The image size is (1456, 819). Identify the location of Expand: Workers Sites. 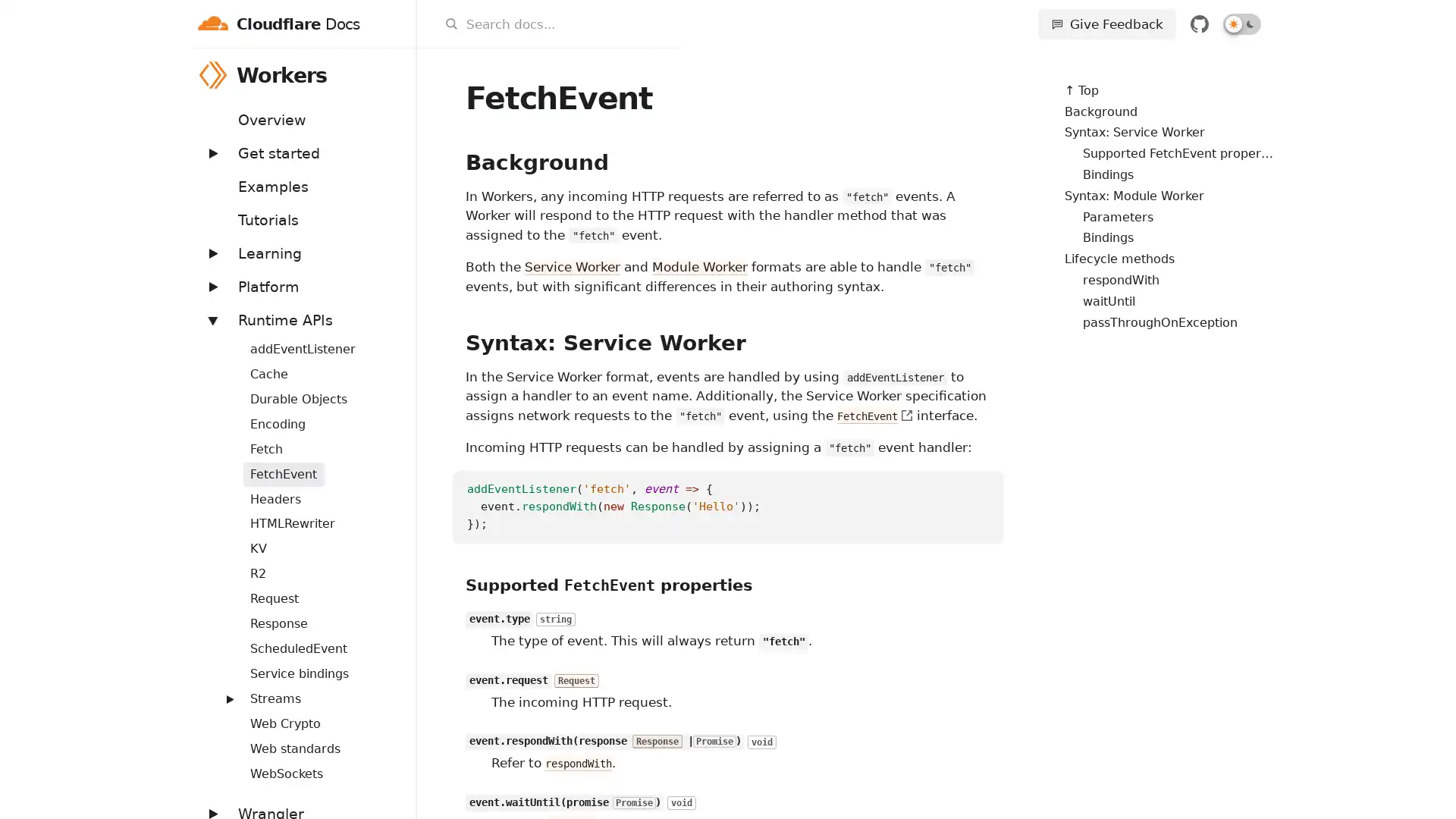
(221, 690).